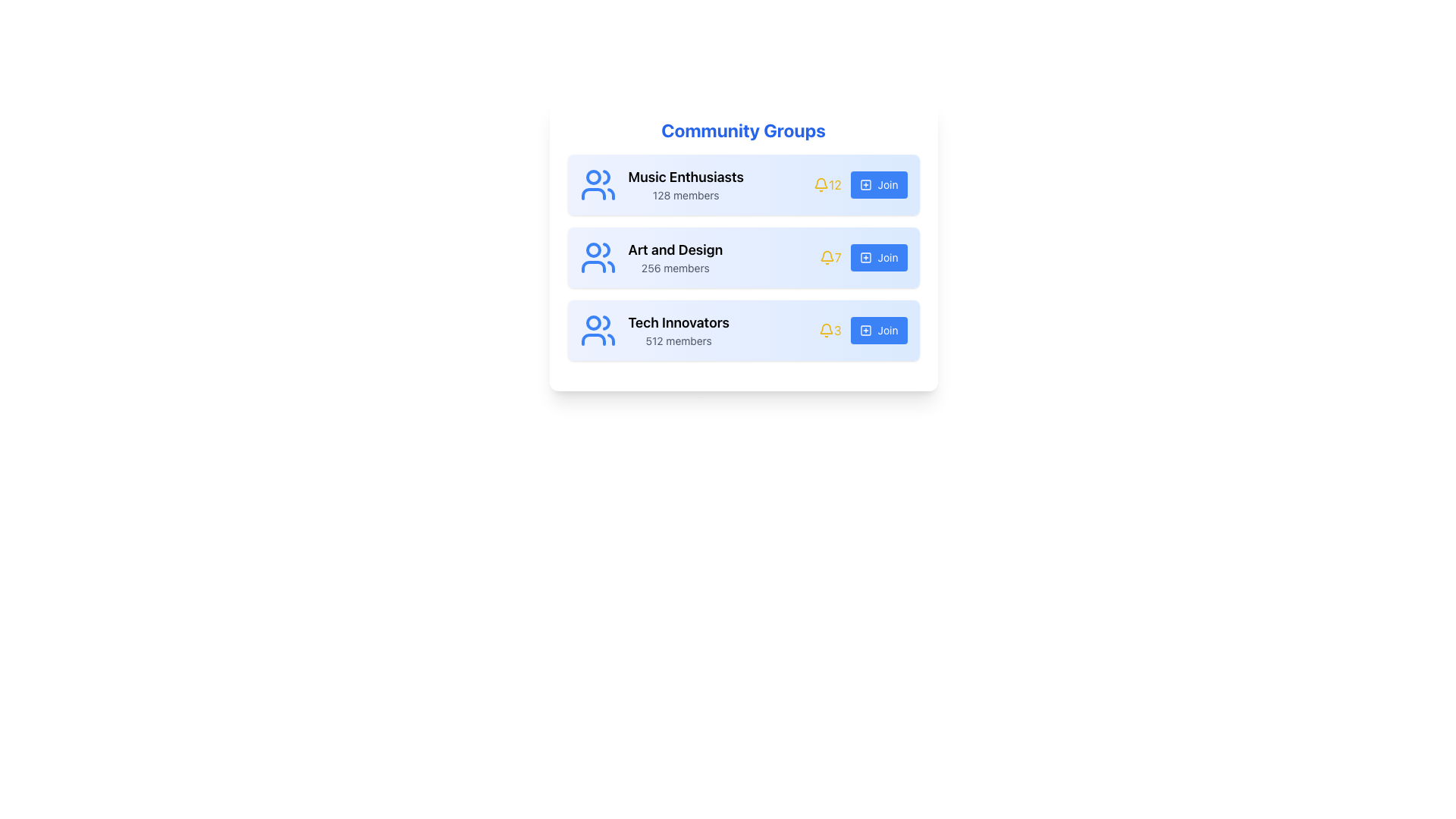 The image size is (1456, 819). I want to click on the text label displaying '256 members' located below the title 'Art and Design' in the community groups section, so click(674, 268).